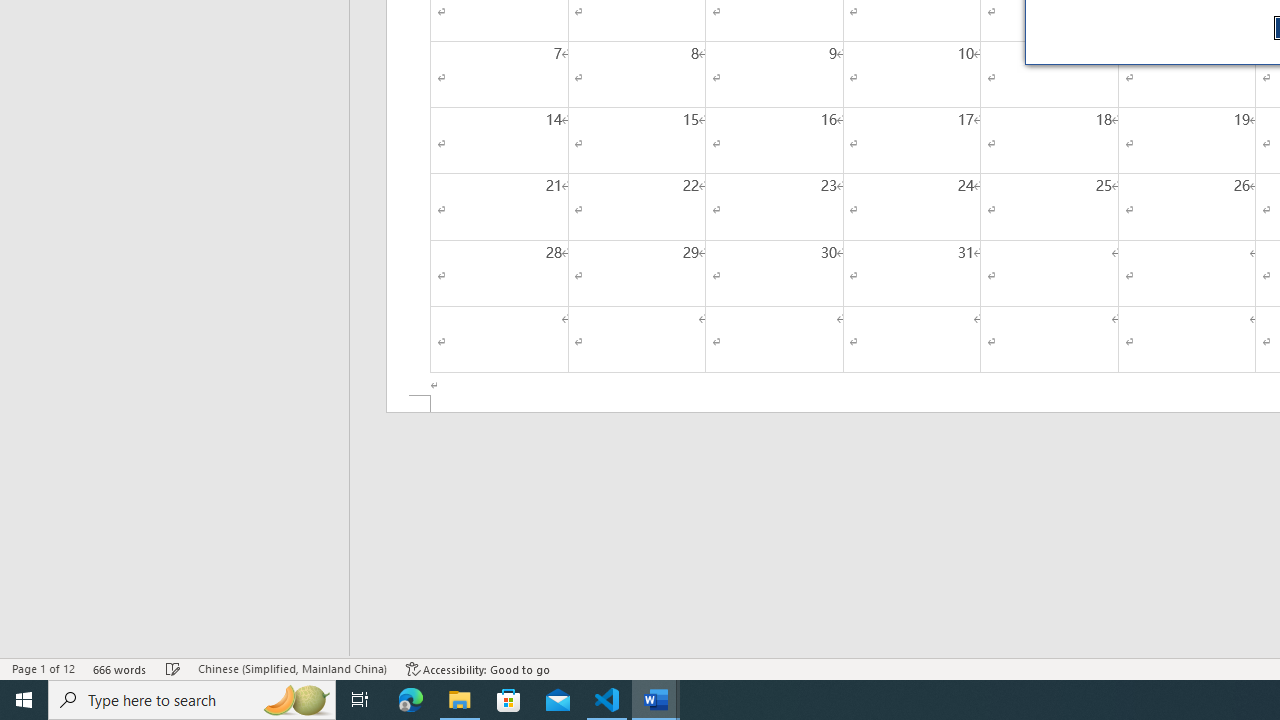  I want to click on 'Task View', so click(359, 698).